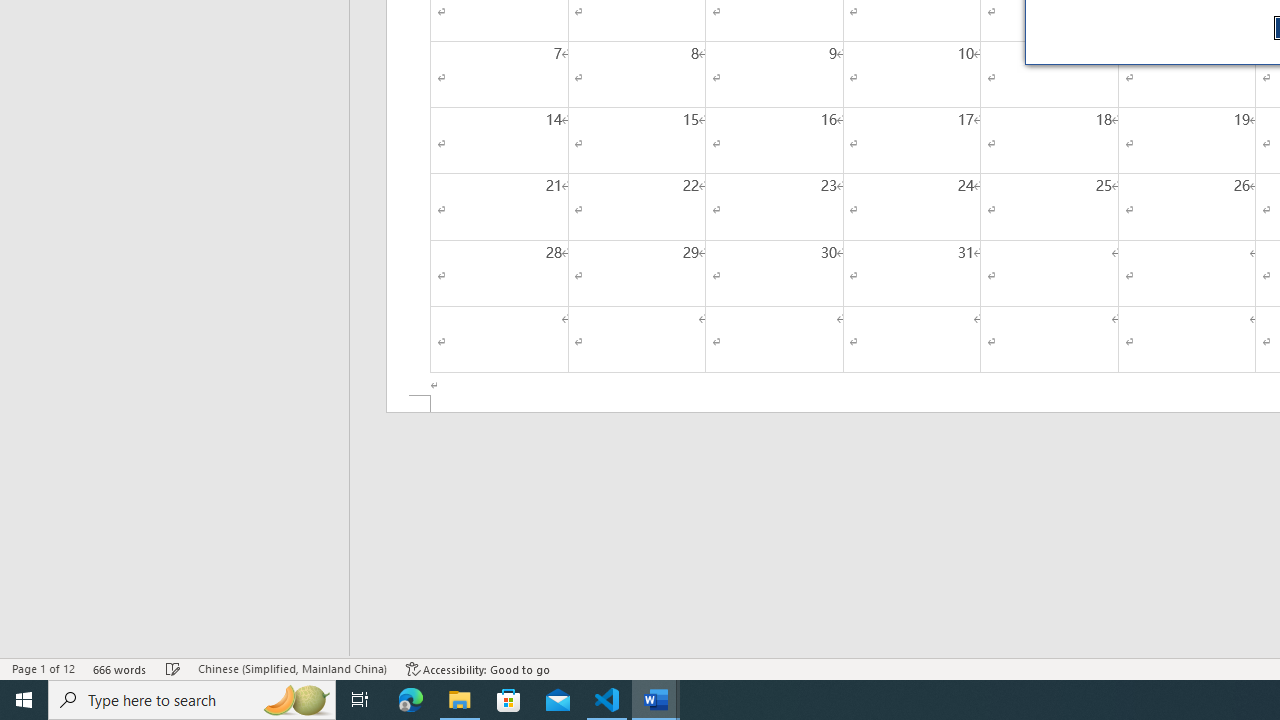  I want to click on 'Task View', so click(359, 698).